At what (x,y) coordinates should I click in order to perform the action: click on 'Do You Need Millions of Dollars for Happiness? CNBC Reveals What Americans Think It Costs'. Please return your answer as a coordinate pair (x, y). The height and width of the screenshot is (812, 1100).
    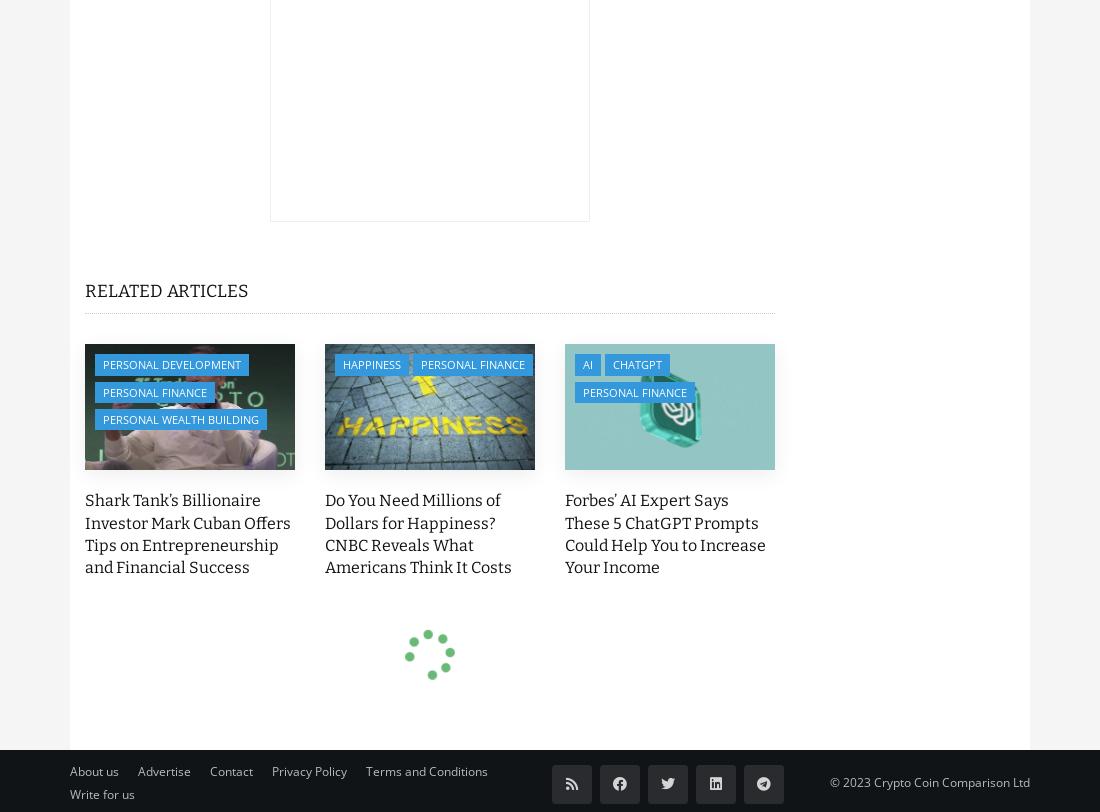
    Looking at the image, I should click on (324, 533).